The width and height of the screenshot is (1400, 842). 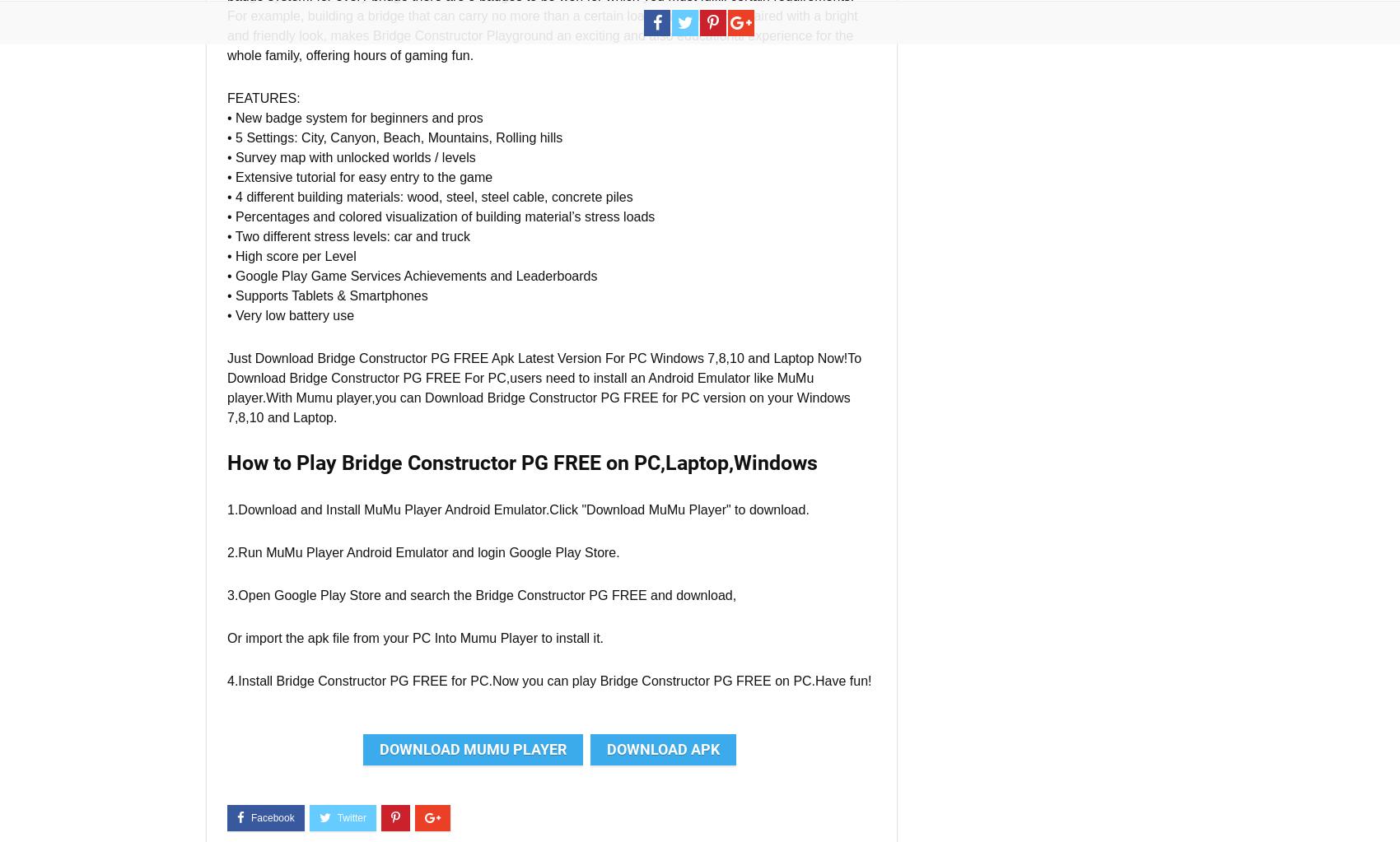 What do you see at coordinates (517, 509) in the screenshot?
I see `'1.Download and Install MuMu Player Android Emulator.Click "Download MuMu Player" to download.'` at bounding box center [517, 509].